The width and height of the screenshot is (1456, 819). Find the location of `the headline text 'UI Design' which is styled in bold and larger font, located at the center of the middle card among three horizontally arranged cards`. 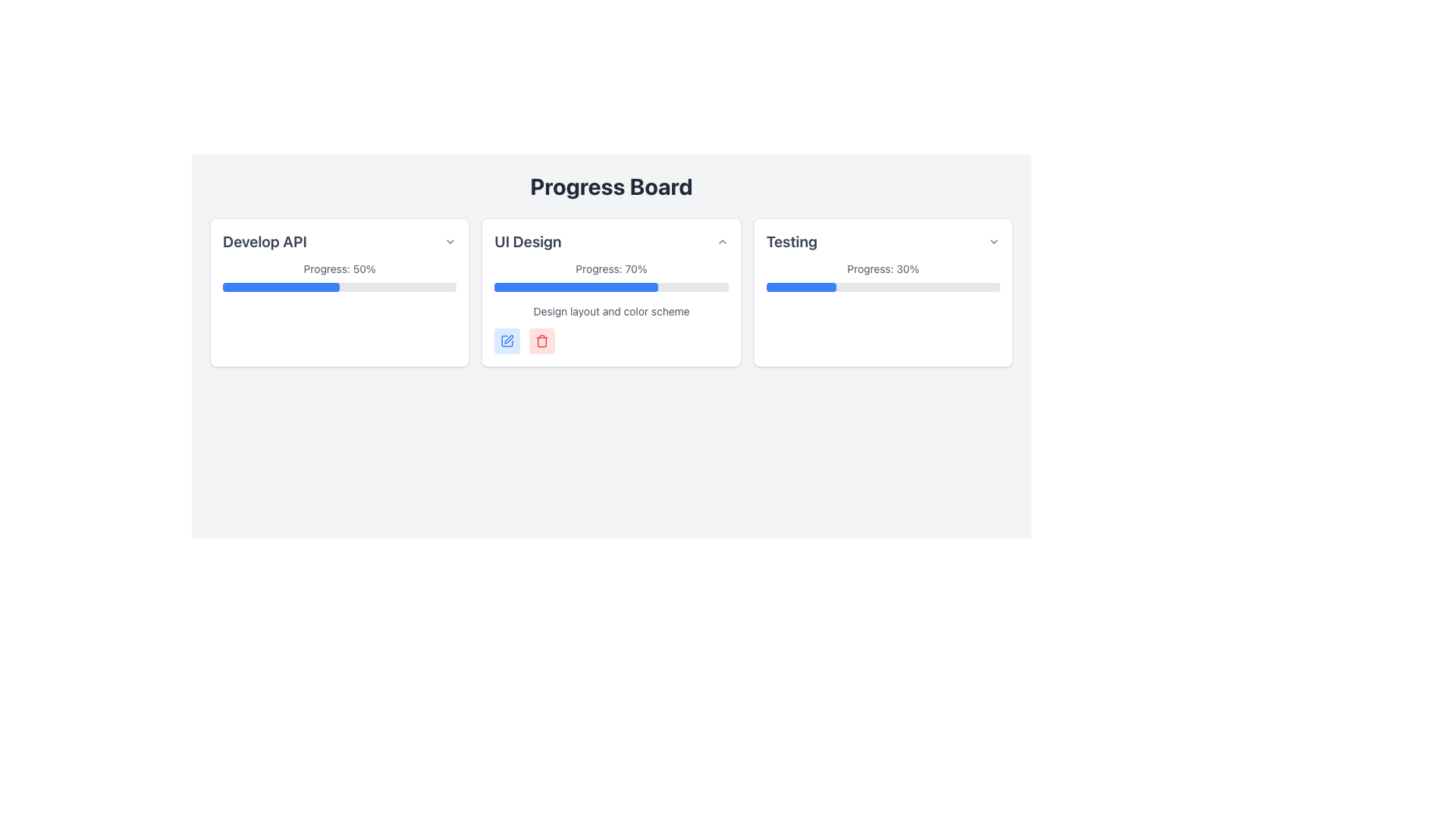

the headline text 'UI Design' which is styled in bold and larger font, located at the center of the middle card among three horizontally arranged cards is located at coordinates (528, 241).